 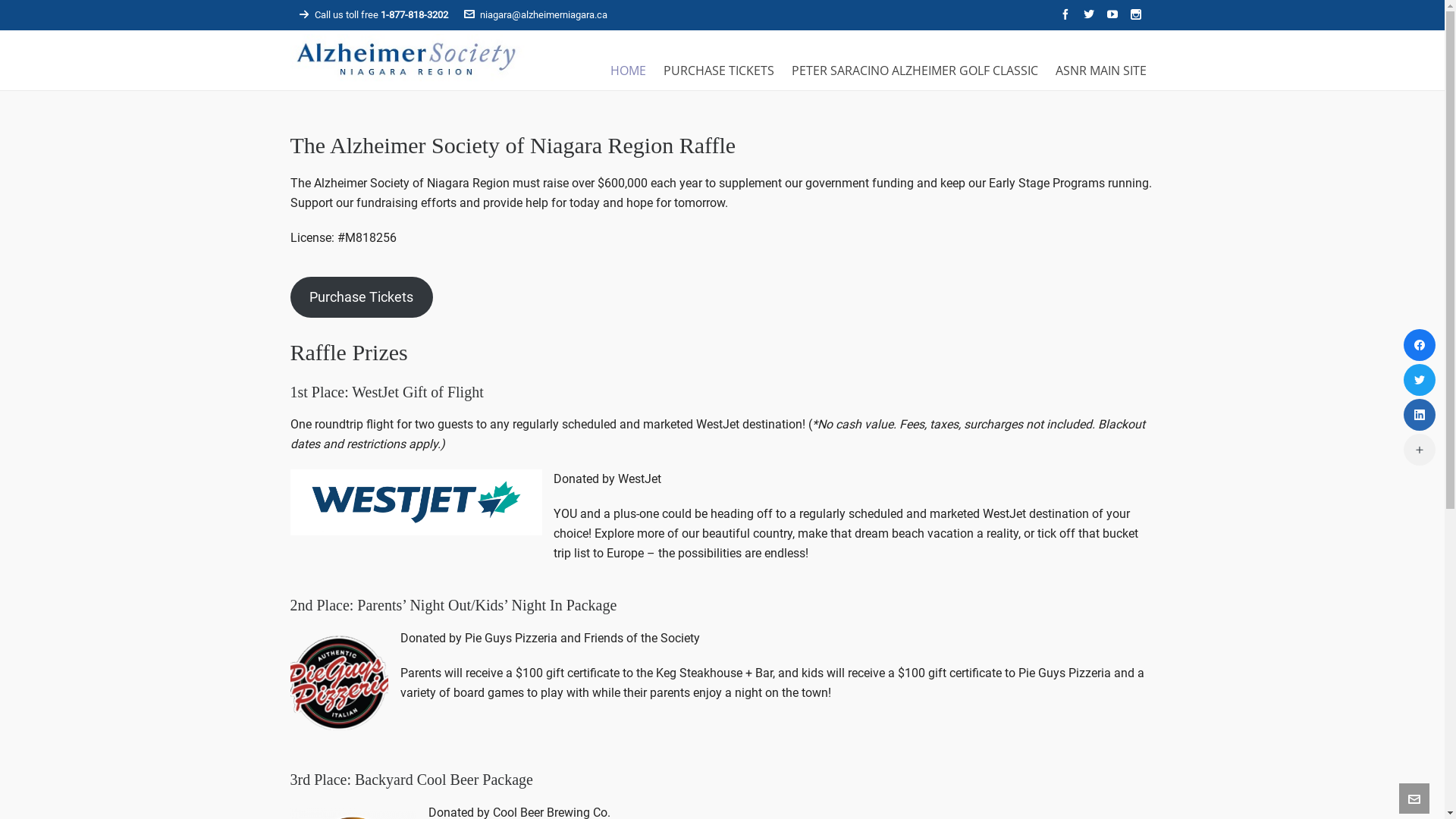 What do you see at coordinates (1100, 67) in the screenshot?
I see `'ASNR MAIN SITE'` at bounding box center [1100, 67].